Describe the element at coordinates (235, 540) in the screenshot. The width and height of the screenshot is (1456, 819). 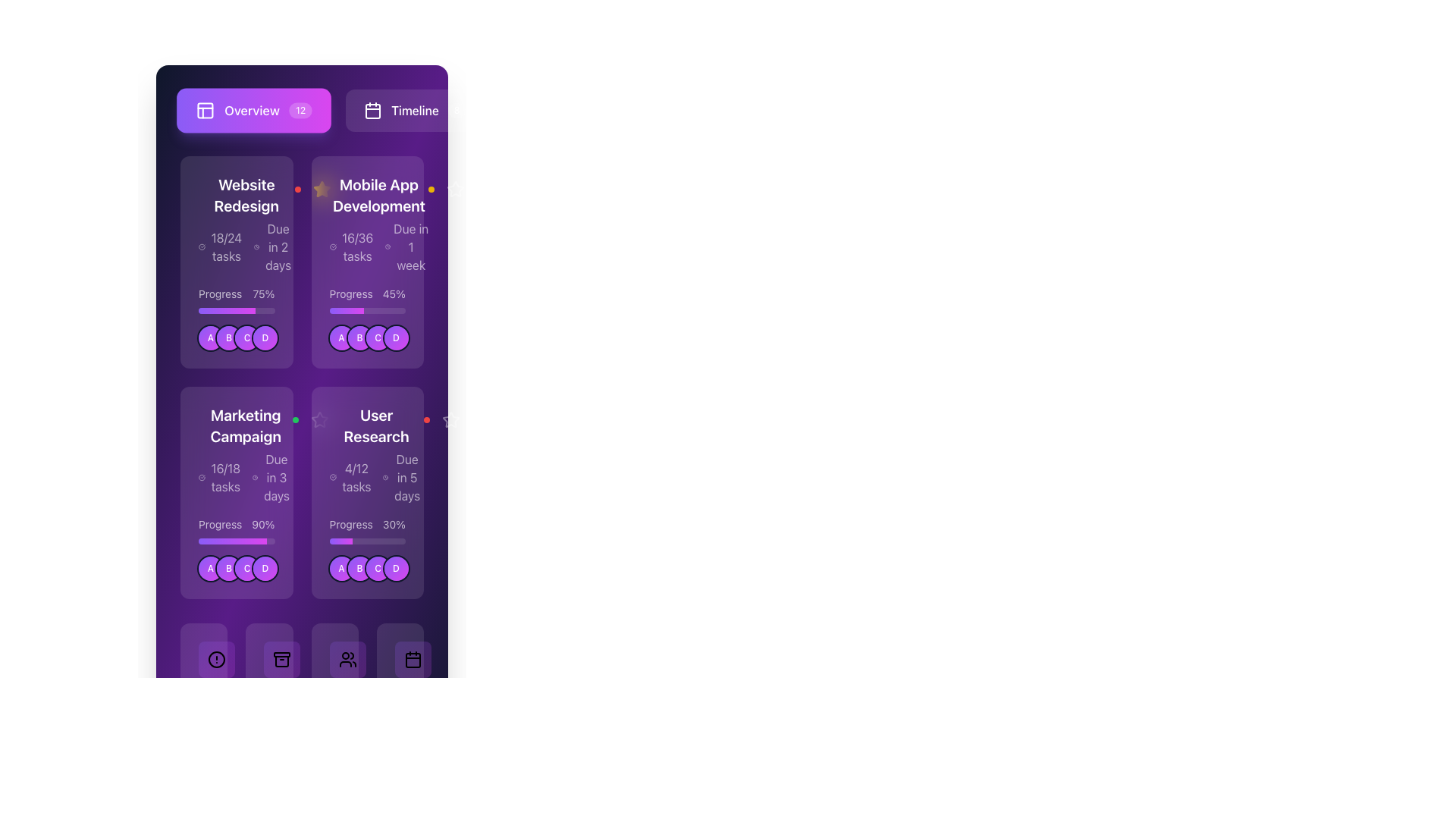
I see `progress bar` at that location.